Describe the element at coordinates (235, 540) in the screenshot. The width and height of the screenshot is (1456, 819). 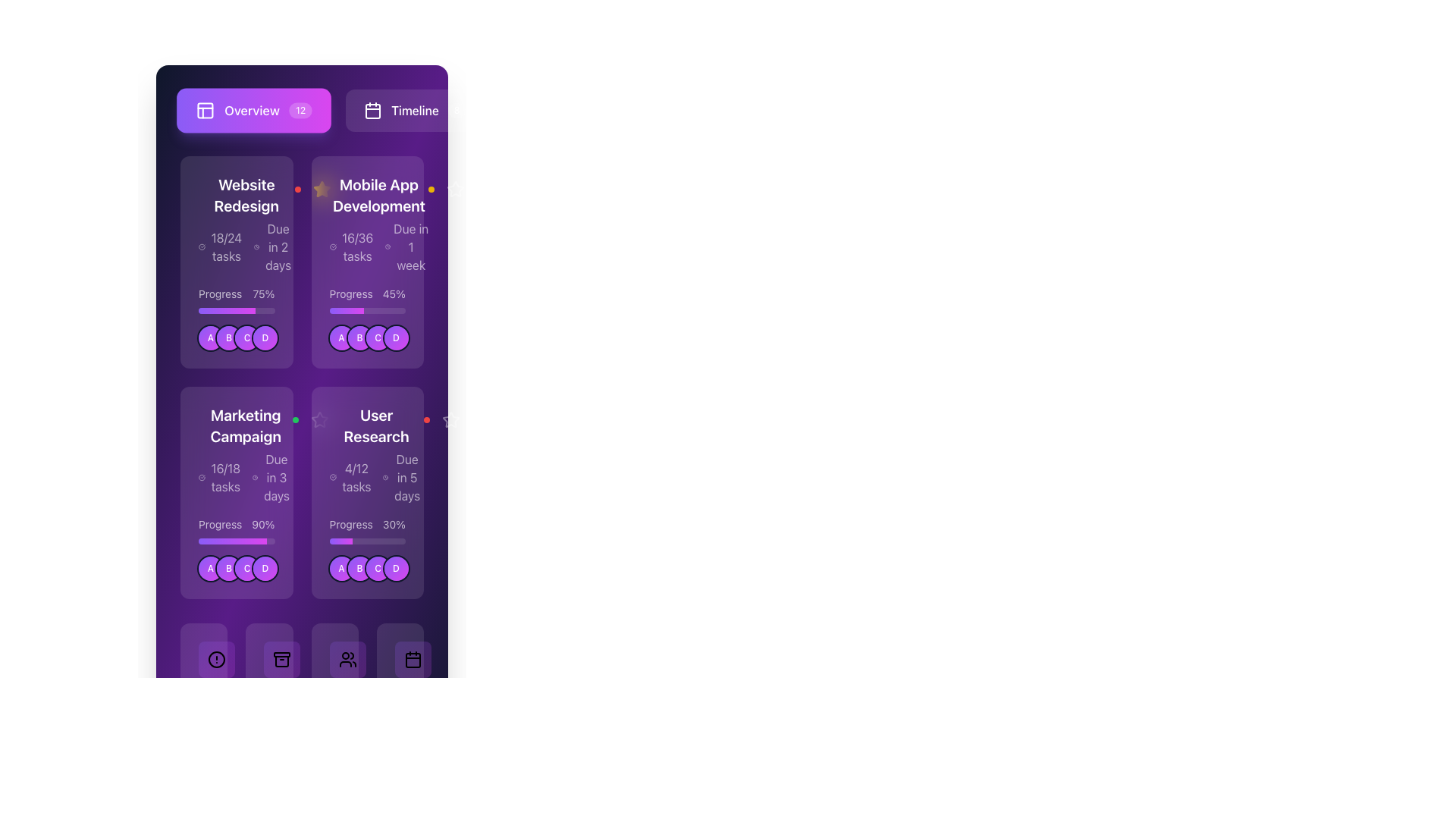
I see `progress bar` at that location.